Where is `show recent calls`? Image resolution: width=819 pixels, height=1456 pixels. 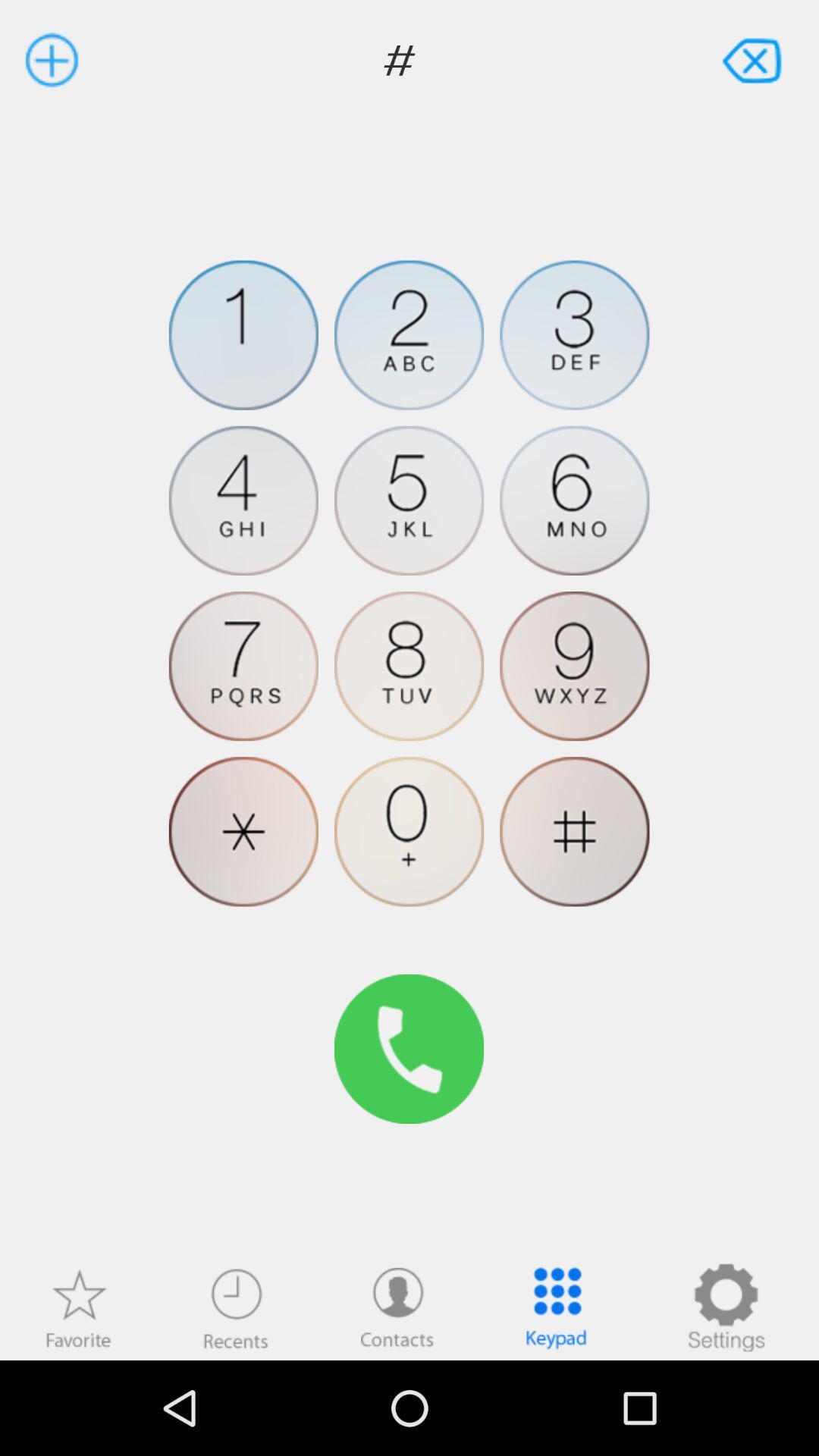 show recent calls is located at coordinates (236, 1307).